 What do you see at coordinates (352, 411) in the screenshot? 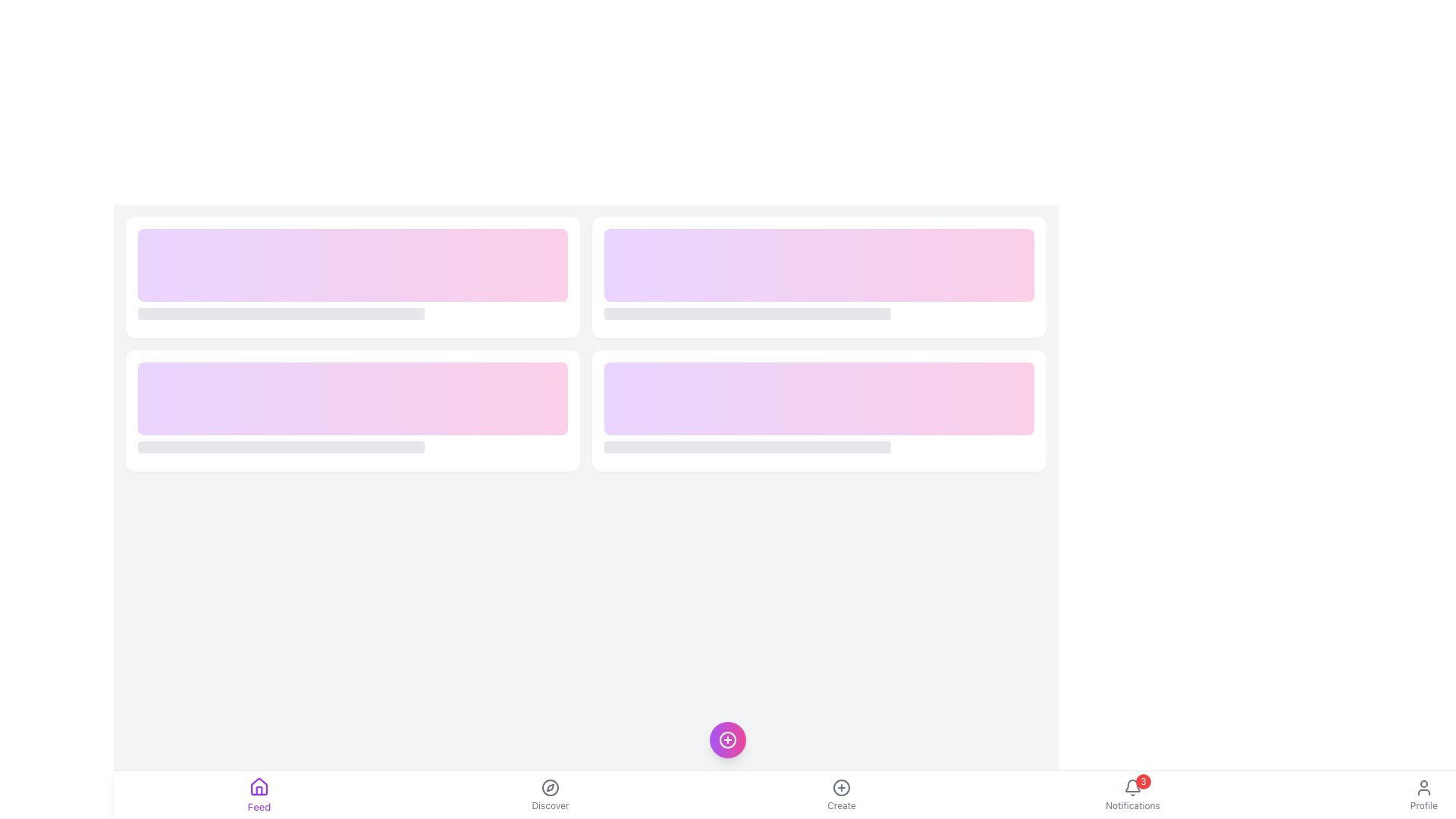
I see `the rectangular card with a white background and rounded edges, located in the second row and first column of the grid` at bounding box center [352, 411].